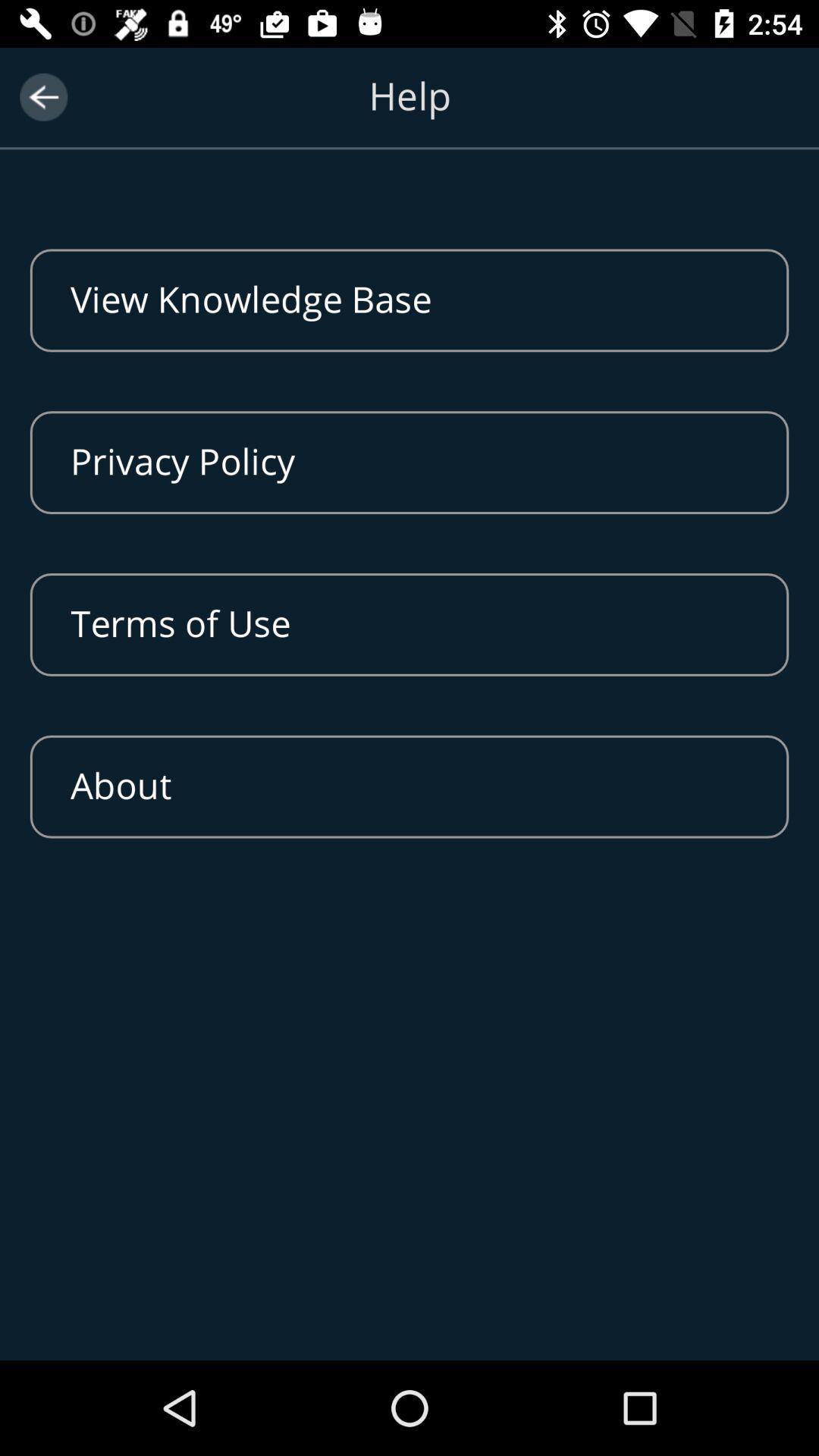 This screenshot has height=1456, width=819. Describe the element at coordinates (409, 786) in the screenshot. I see `the last button on the page` at that location.